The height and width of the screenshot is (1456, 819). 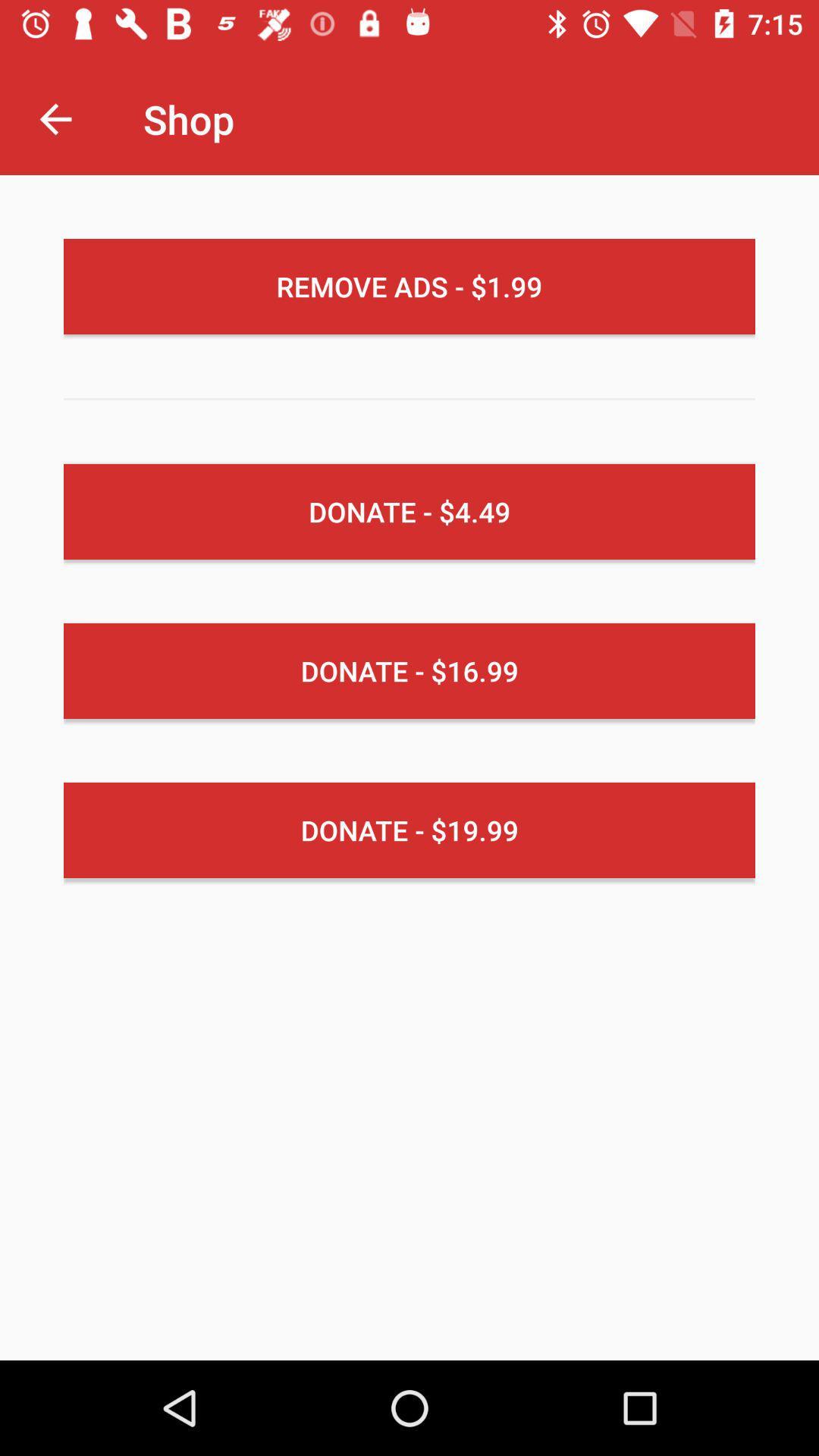 I want to click on the item to the left of shop icon, so click(x=55, y=118).